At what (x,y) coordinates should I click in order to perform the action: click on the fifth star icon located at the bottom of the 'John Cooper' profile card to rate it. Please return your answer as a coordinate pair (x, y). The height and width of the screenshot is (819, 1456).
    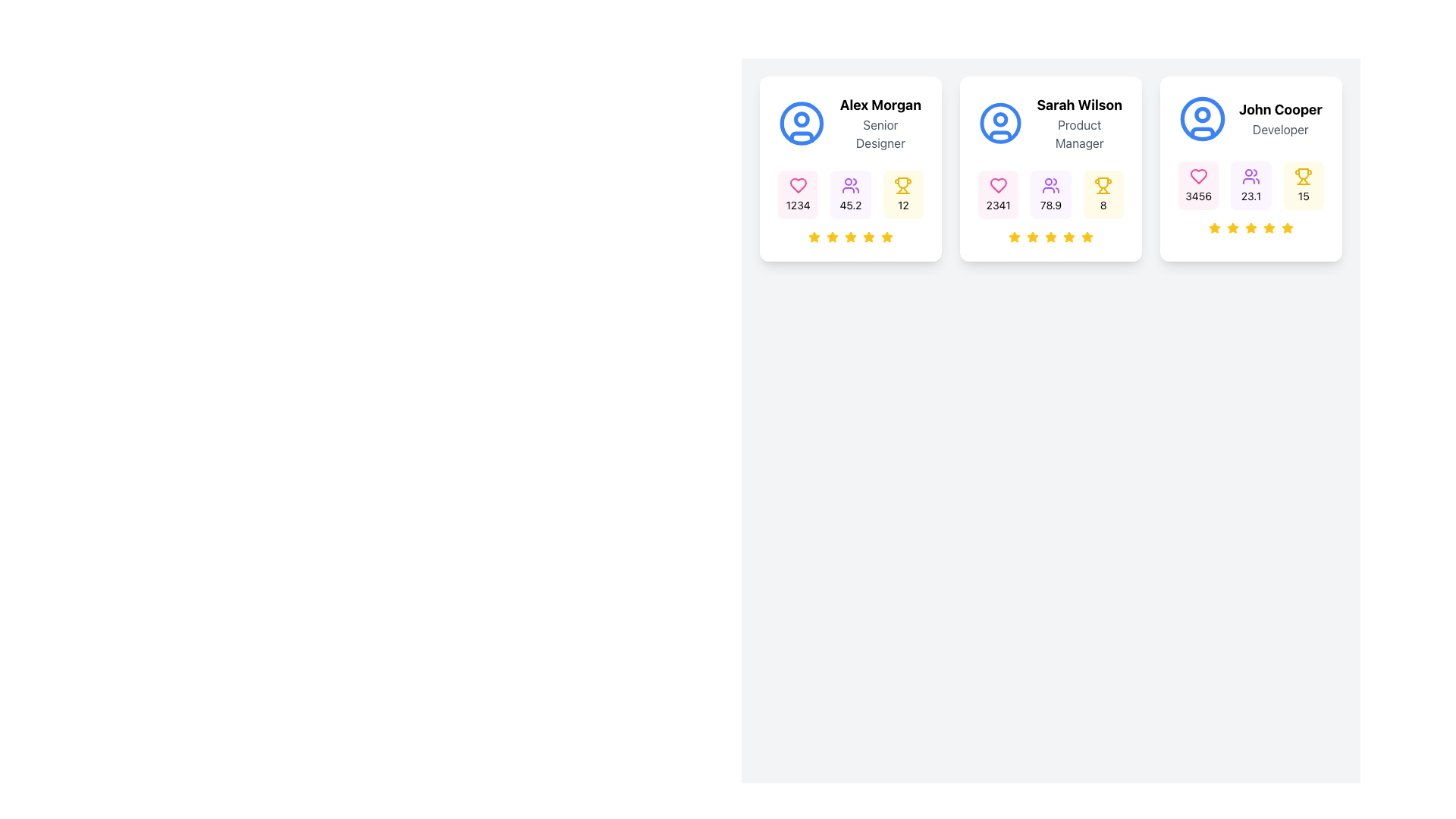
    Looking at the image, I should click on (1215, 227).